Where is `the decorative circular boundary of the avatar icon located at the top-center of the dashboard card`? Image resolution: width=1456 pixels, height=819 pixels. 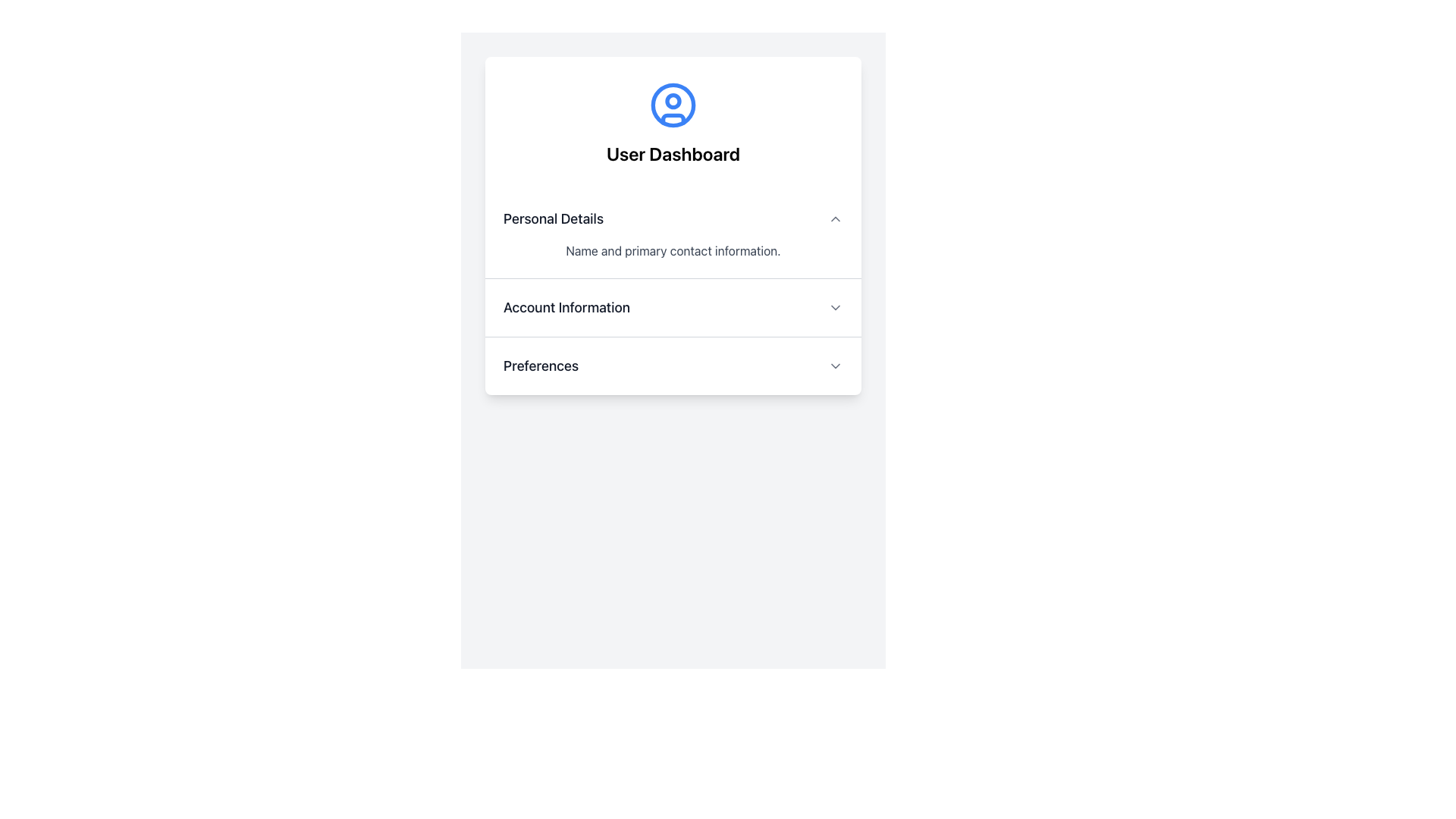
the decorative circular boundary of the avatar icon located at the top-center of the dashboard card is located at coordinates (673, 104).